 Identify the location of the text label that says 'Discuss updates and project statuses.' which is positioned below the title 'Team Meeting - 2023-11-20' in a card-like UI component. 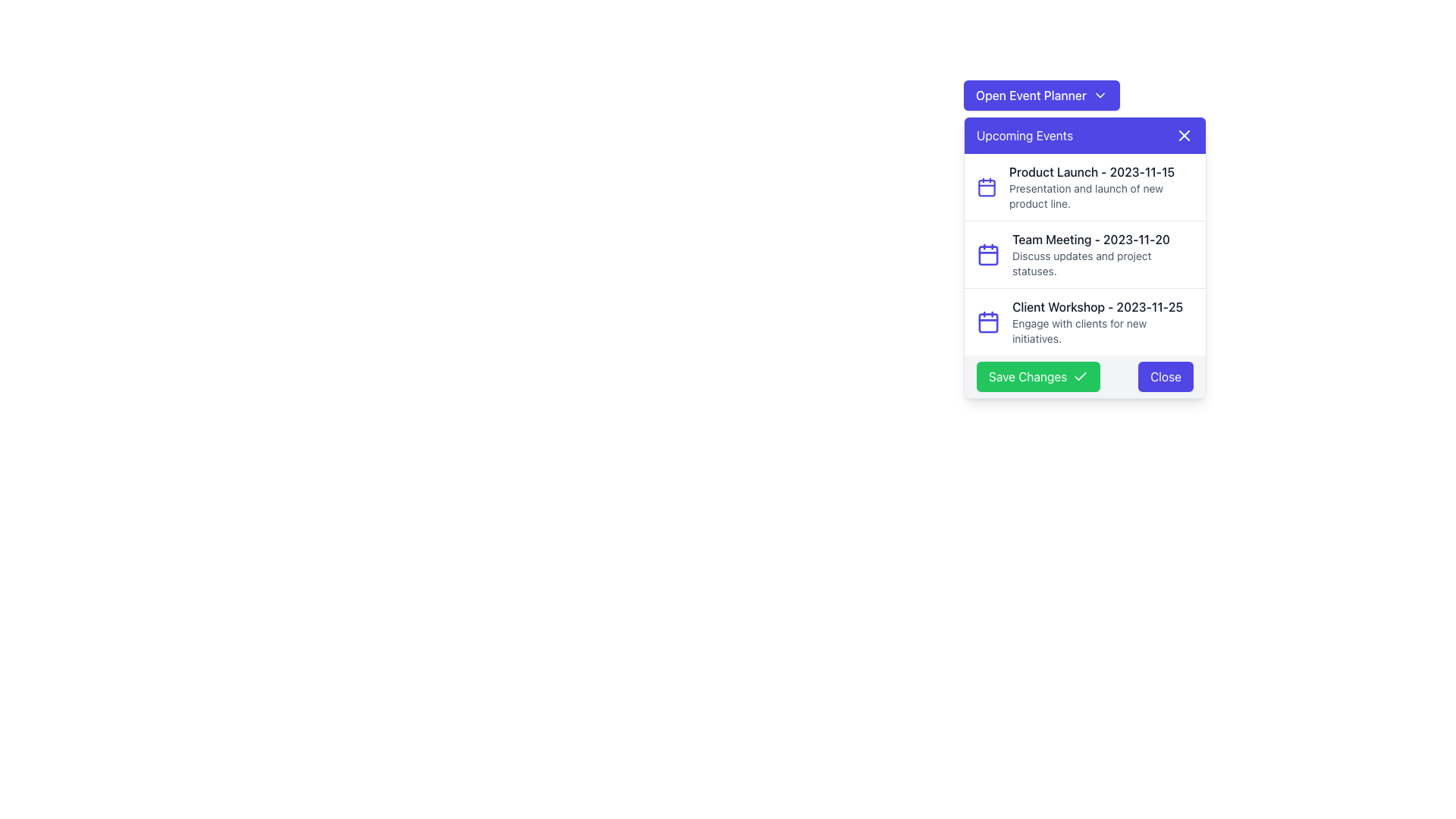
(1103, 262).